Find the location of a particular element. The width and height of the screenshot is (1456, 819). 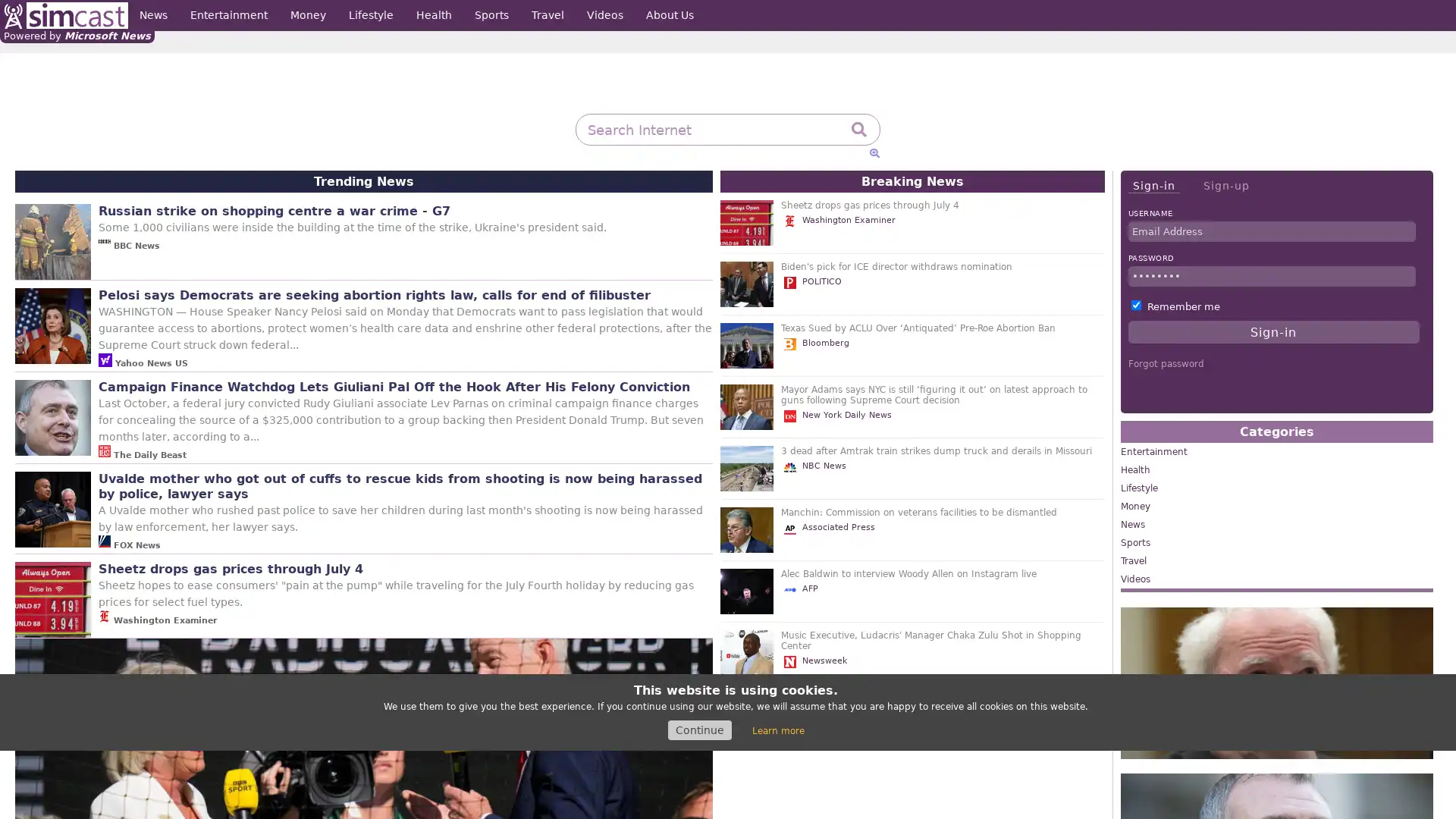

Sign-in is located at coordinates (1153, 185).